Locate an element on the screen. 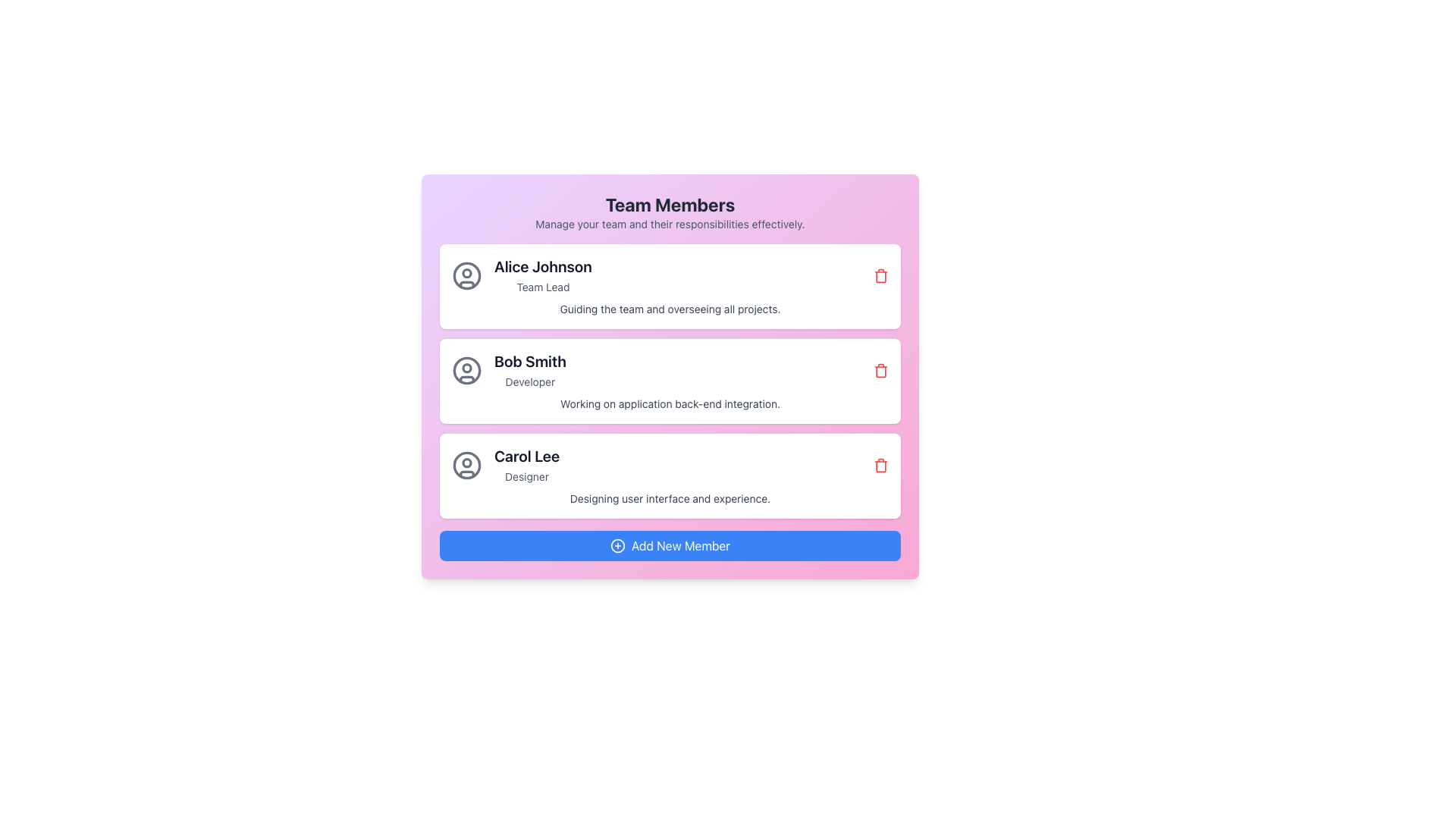 The width and height of the screenshot is (1456, 819). the text label indicating the role or title of the individual directly below 'Alice Johnson' is located at coordinates (543, 287).